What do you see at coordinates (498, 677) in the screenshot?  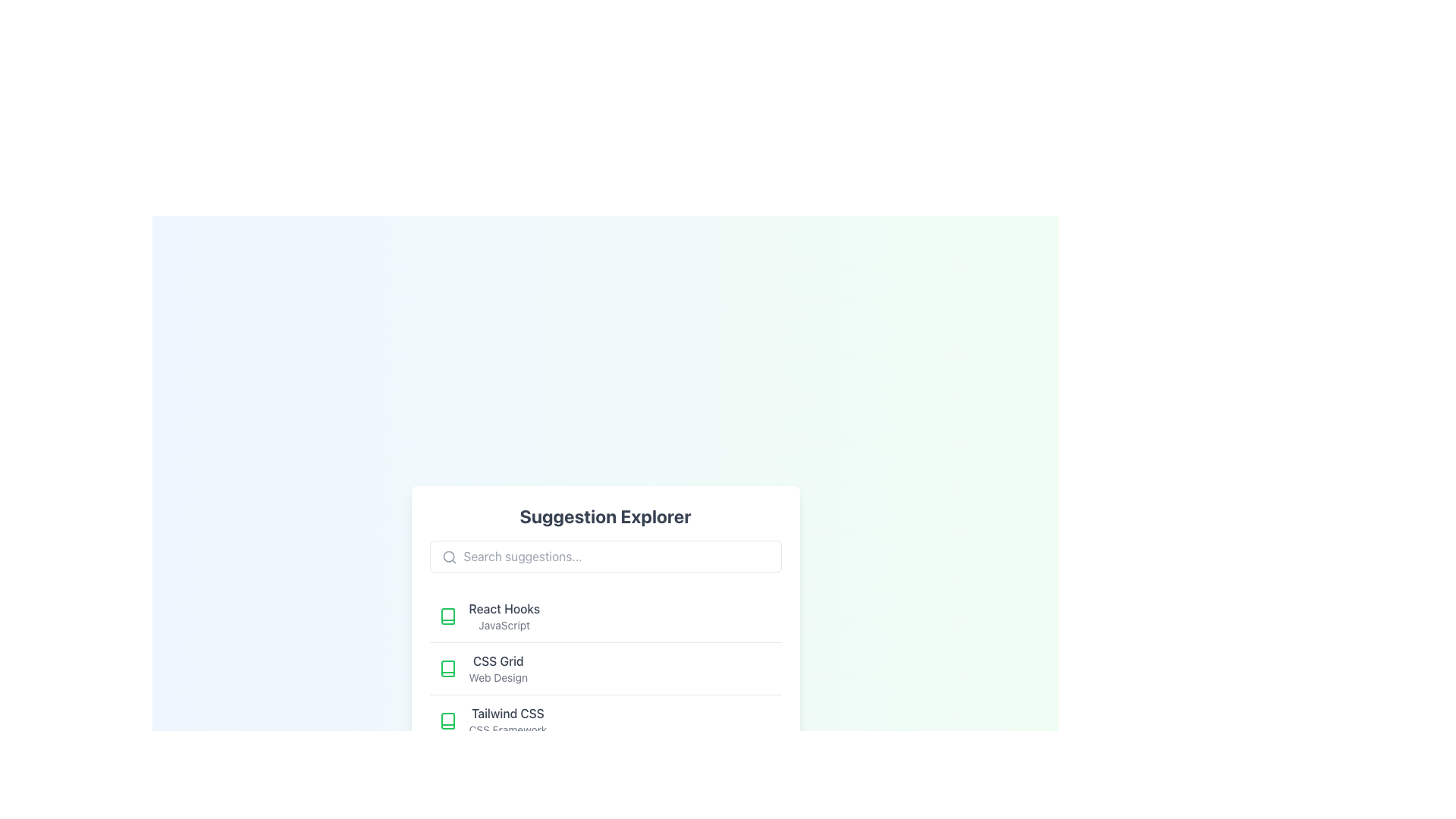 I see `the static text element that provides additional context about 'CSS Grid', positioned below the primary label 'CSS Grid' in the two-line listing` at bounding box center [498, 677].